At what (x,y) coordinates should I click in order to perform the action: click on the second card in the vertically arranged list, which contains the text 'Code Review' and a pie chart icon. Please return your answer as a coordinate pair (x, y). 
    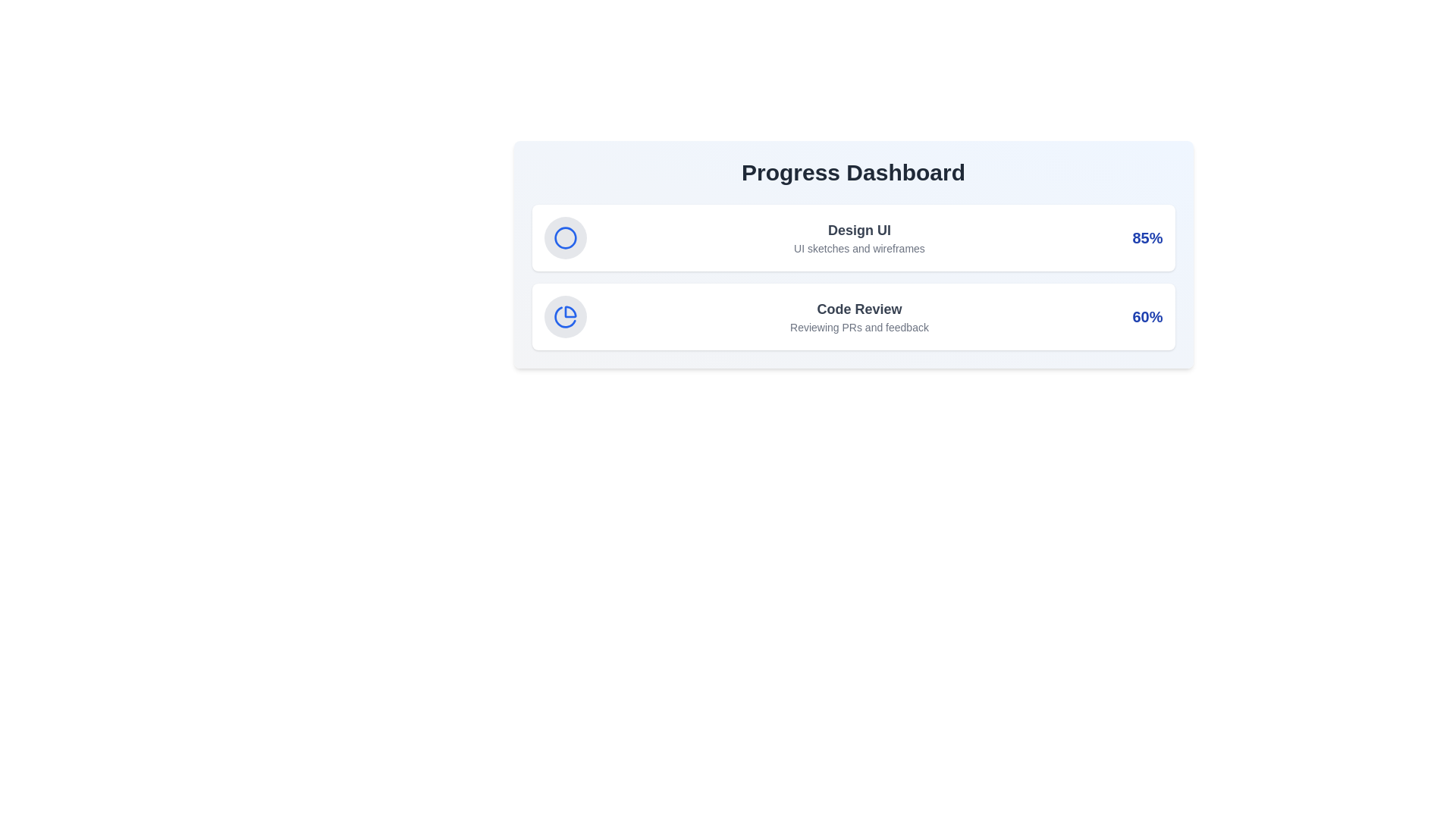
    Looking at the image, I should click on (853, 315).